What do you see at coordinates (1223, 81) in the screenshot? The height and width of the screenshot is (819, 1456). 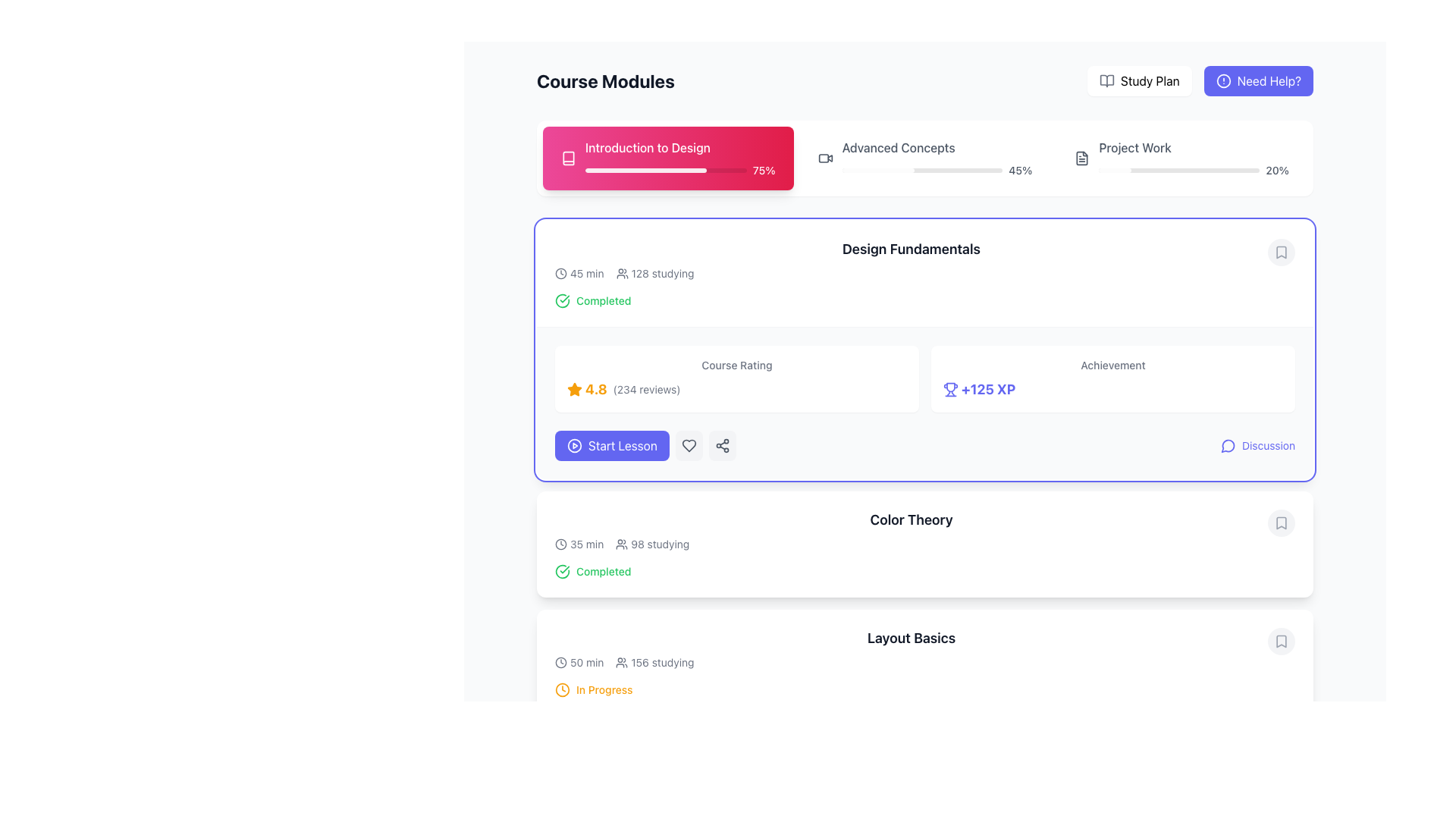 I see `the 'Need Help?' button containing the circular alert icon located at the top-right corner of the interface` at bounding box center [1223, 81].